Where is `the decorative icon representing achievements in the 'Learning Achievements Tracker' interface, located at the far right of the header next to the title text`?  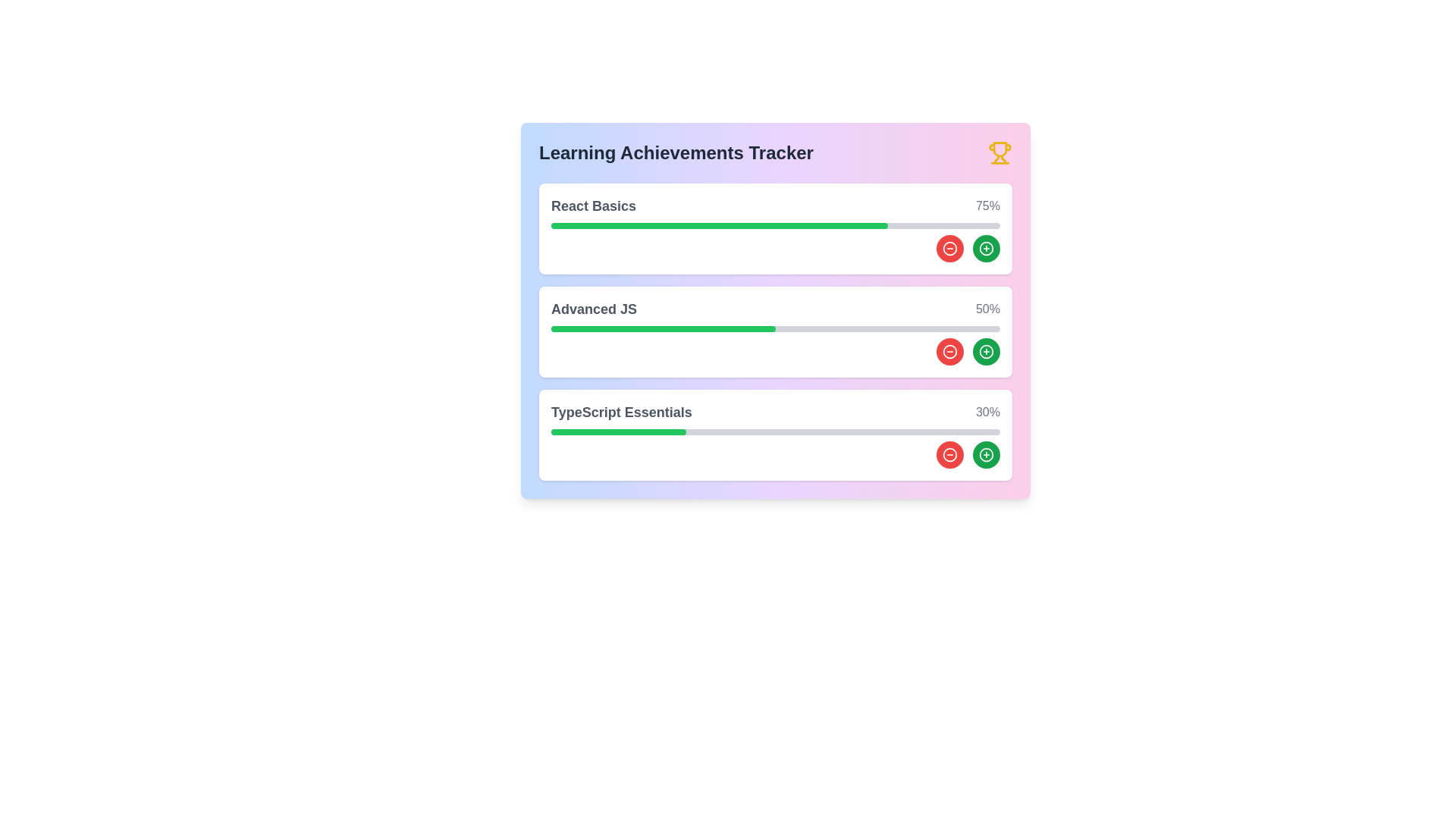 the decorative icon representing achievements in the 'Learning Achievements Tracker' interface, located at the far right of the header next to the title text is located at coordinates (1000, 152).